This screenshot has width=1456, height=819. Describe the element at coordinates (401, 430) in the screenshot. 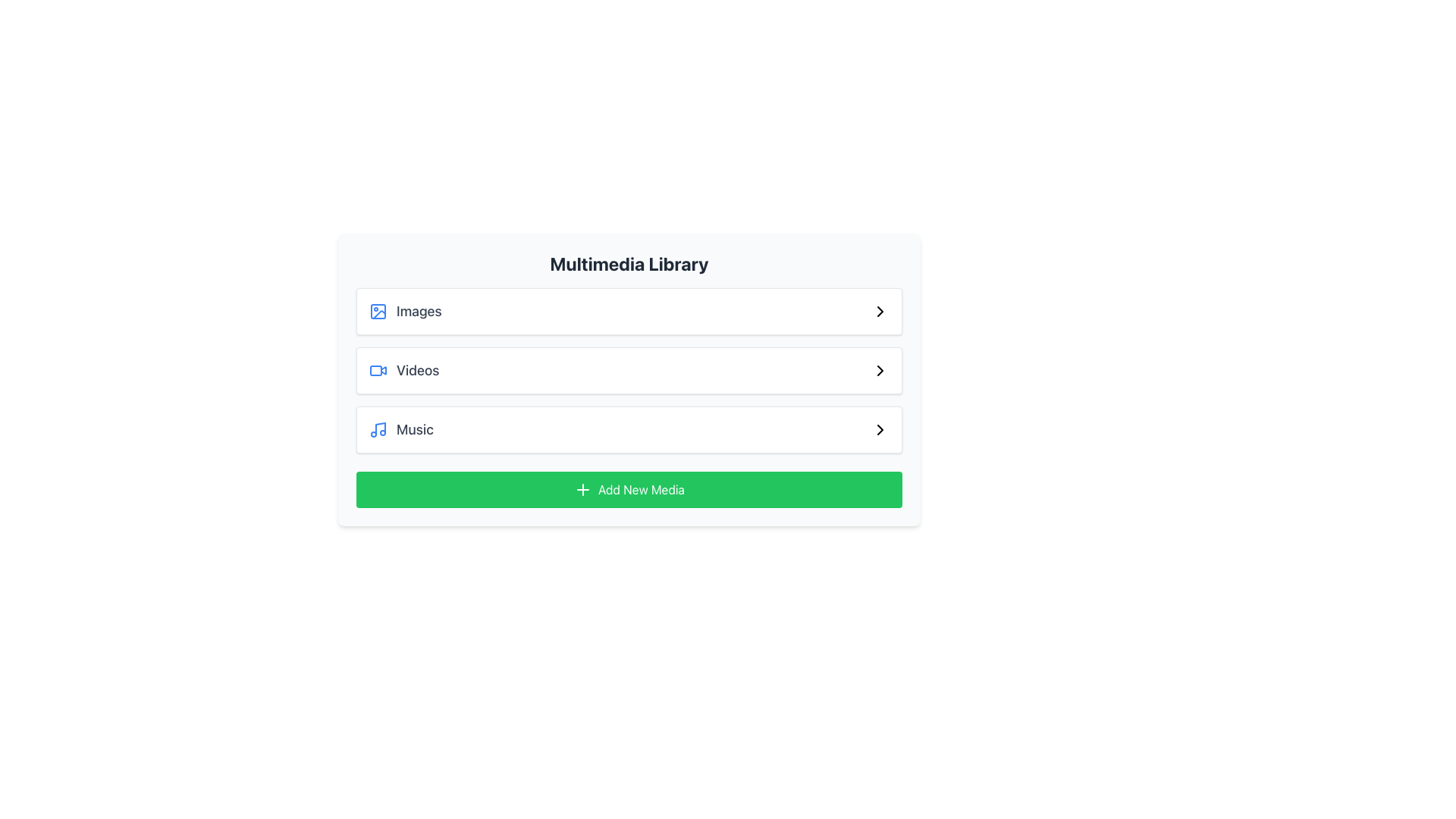

I see `the 'Music' text element with a blue note icon in the 'Multimedia Library' section, which is the third item in a vertical list` at that location.